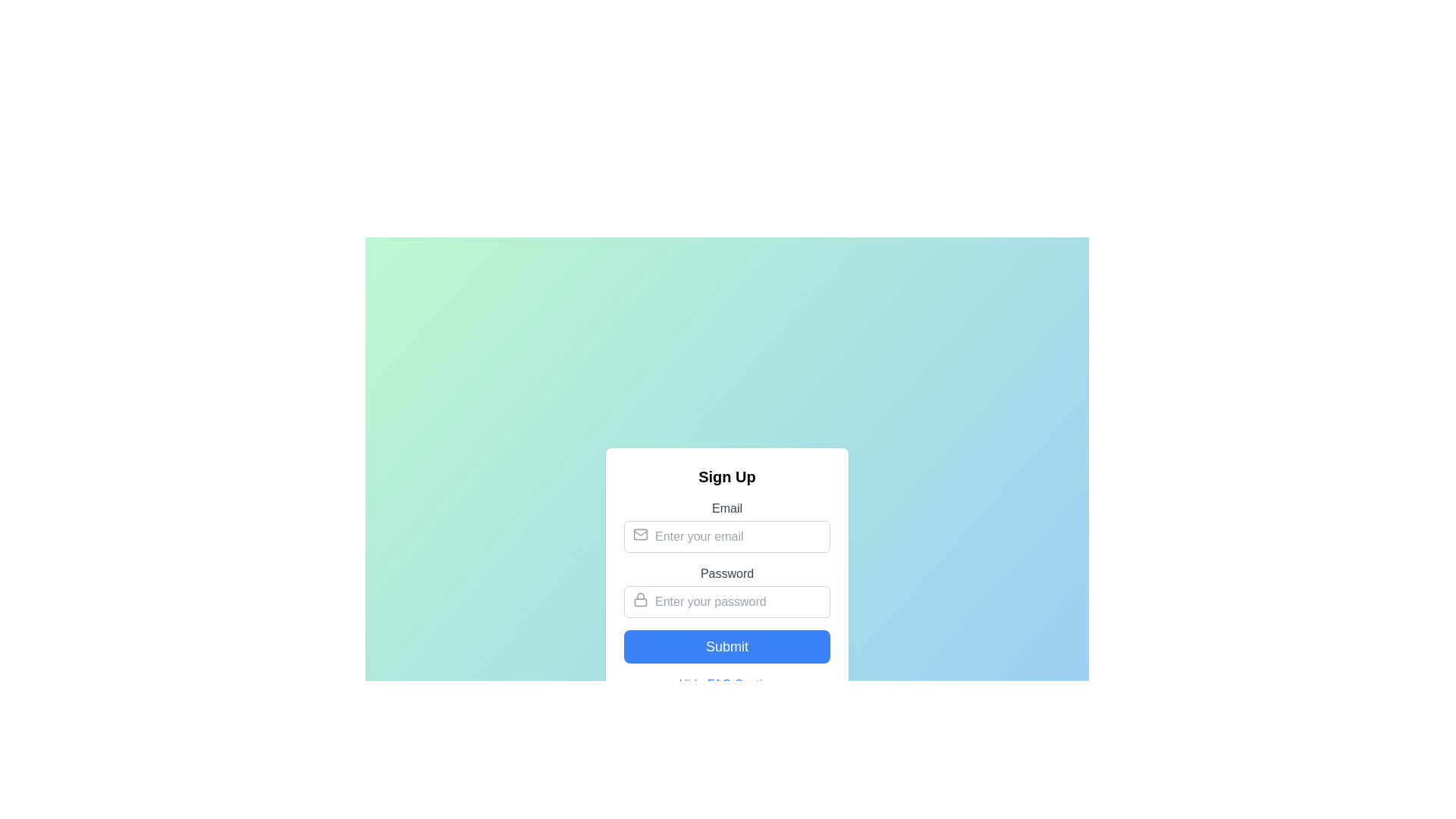 This screenshot has height=819, width=1456. What do you see at coordinates (726, 590) in the screenshot?
I see `the 'Password' label to focus the associated input field directly below it` at bounding box center [726, 590].